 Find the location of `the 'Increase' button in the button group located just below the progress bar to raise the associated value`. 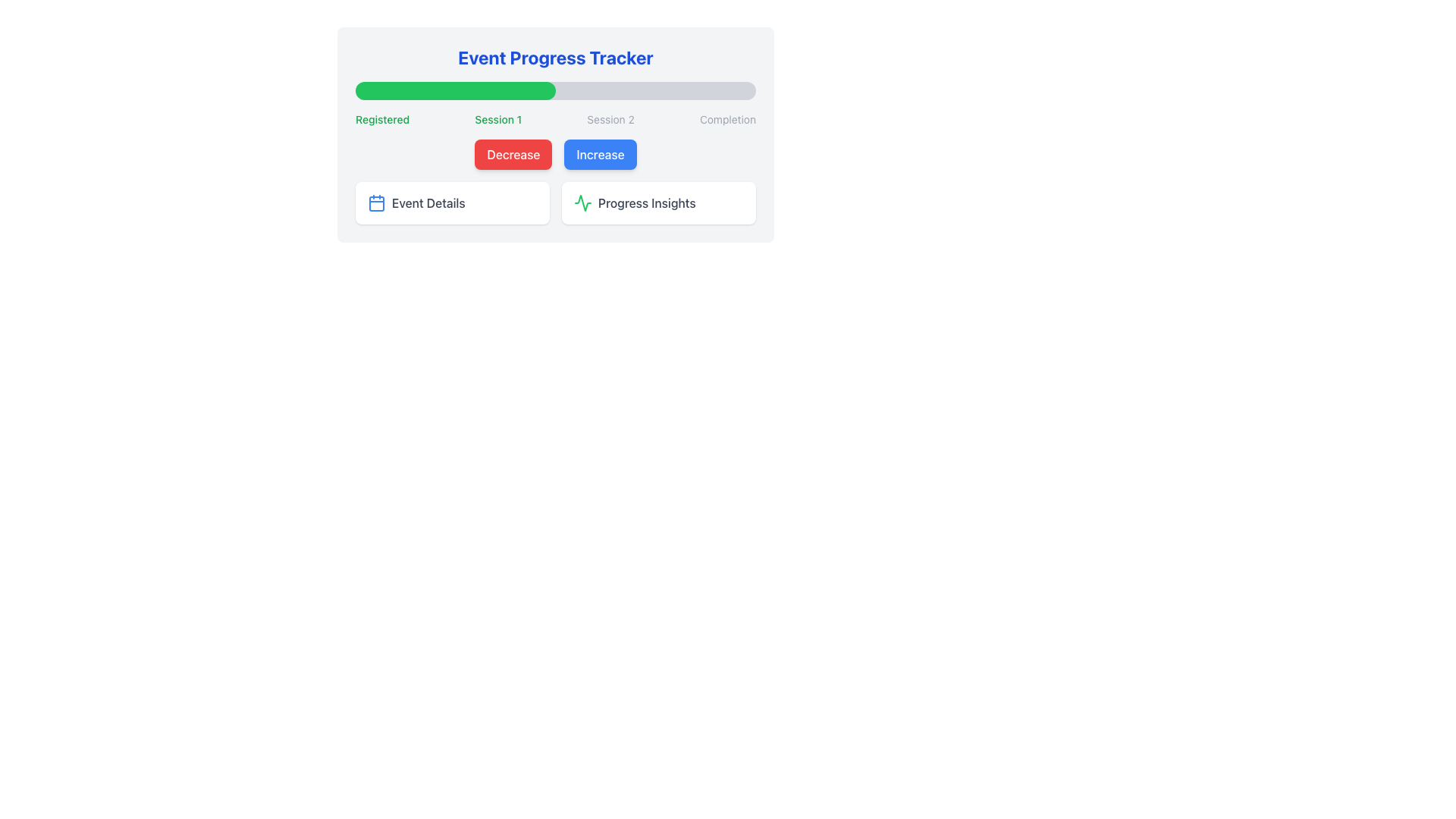

the 'Increase' button in the button group located just below the progress bar to raise the associated value is located at coordinates (555, 155).